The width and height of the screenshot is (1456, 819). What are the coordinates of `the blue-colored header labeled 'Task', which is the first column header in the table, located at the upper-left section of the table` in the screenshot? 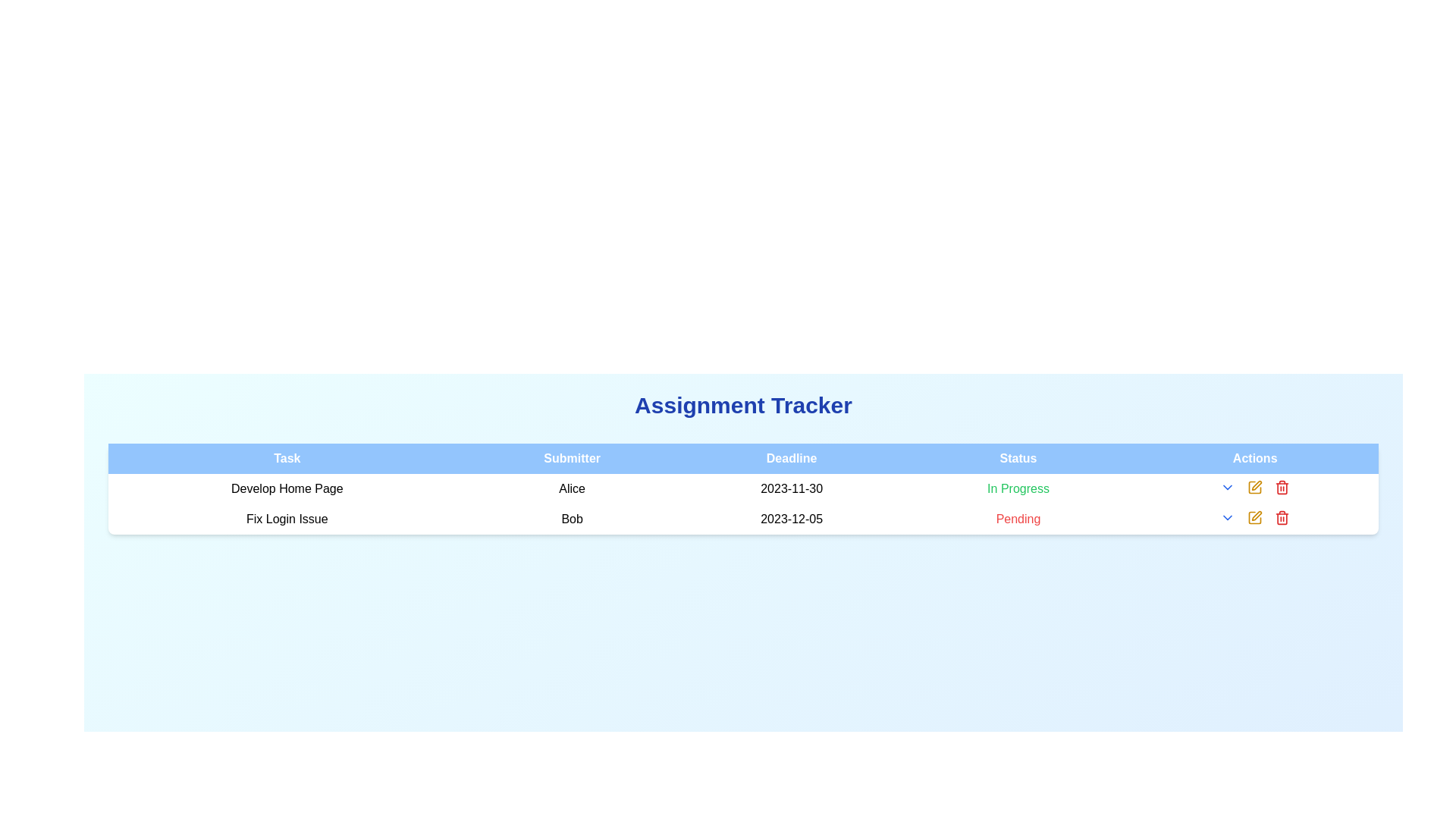 It's located at (287, 458).